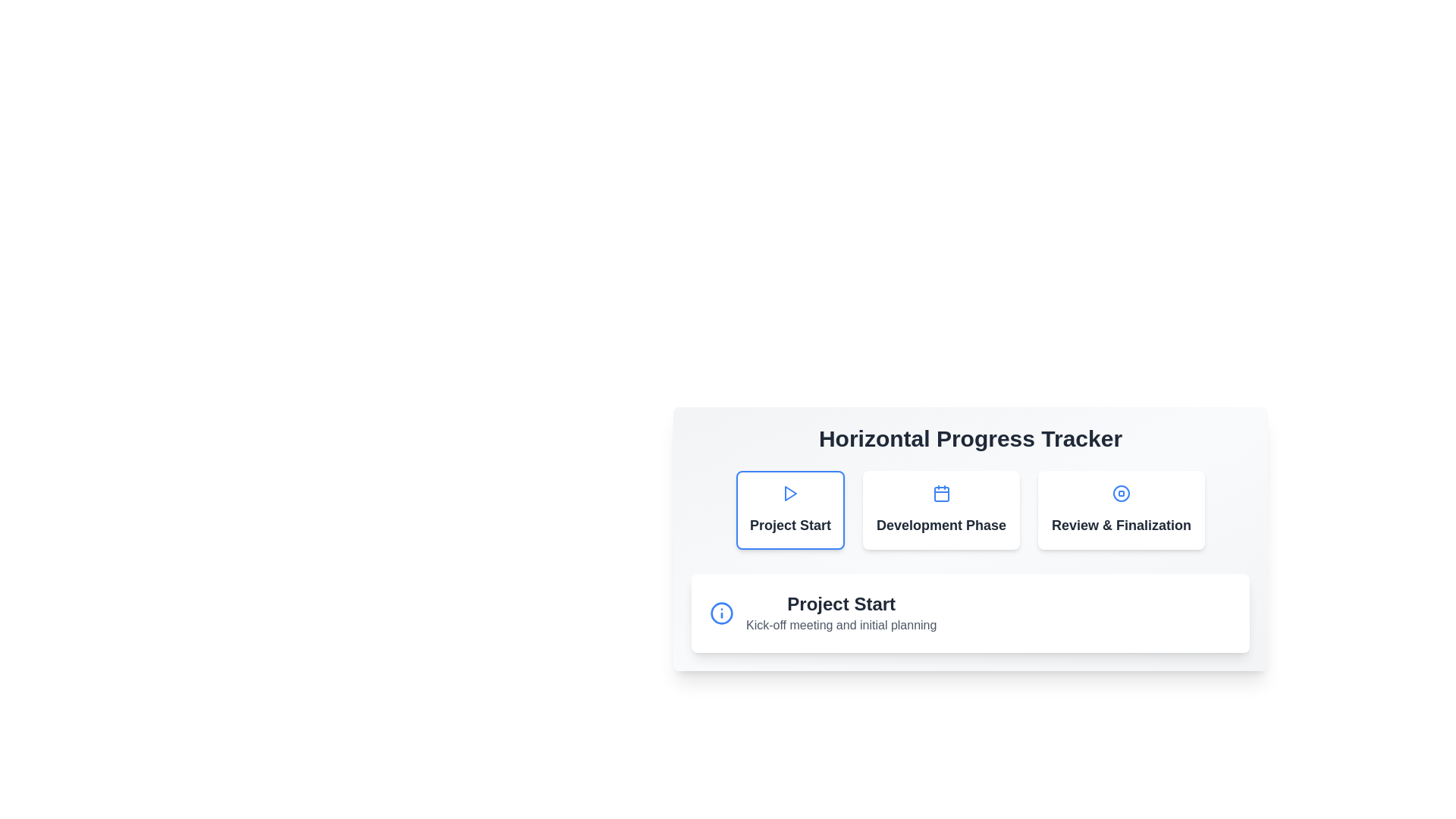  I want to click on the text label that reads 'Development Phase,' which is styled with a larger bold font and dark color against a white background, centrally aligned within the second card from the left, so click(940, 525).